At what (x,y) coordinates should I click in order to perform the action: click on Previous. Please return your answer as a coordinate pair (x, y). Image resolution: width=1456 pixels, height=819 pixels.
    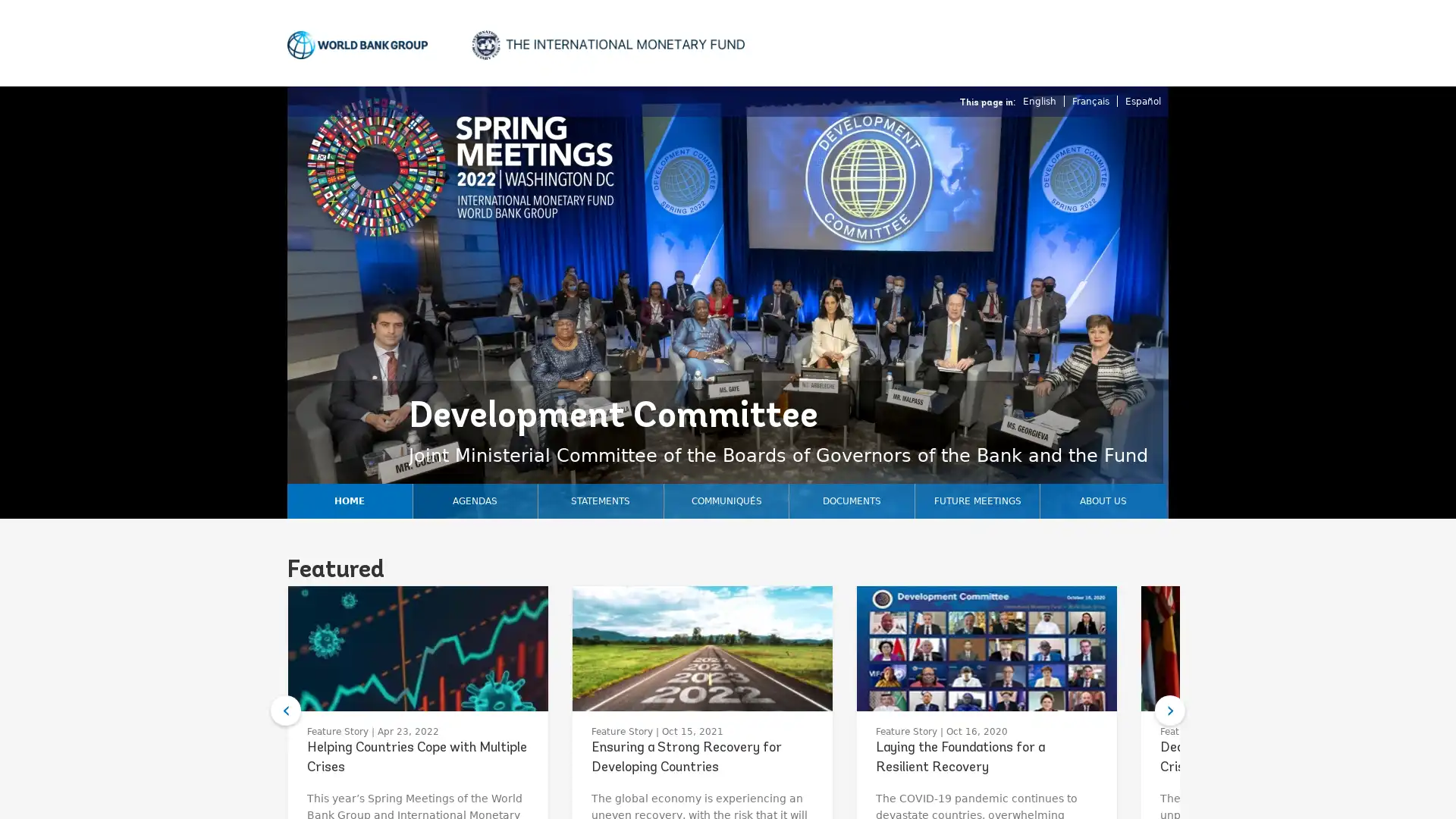
    Looking at the image, I should click on (286, 711).